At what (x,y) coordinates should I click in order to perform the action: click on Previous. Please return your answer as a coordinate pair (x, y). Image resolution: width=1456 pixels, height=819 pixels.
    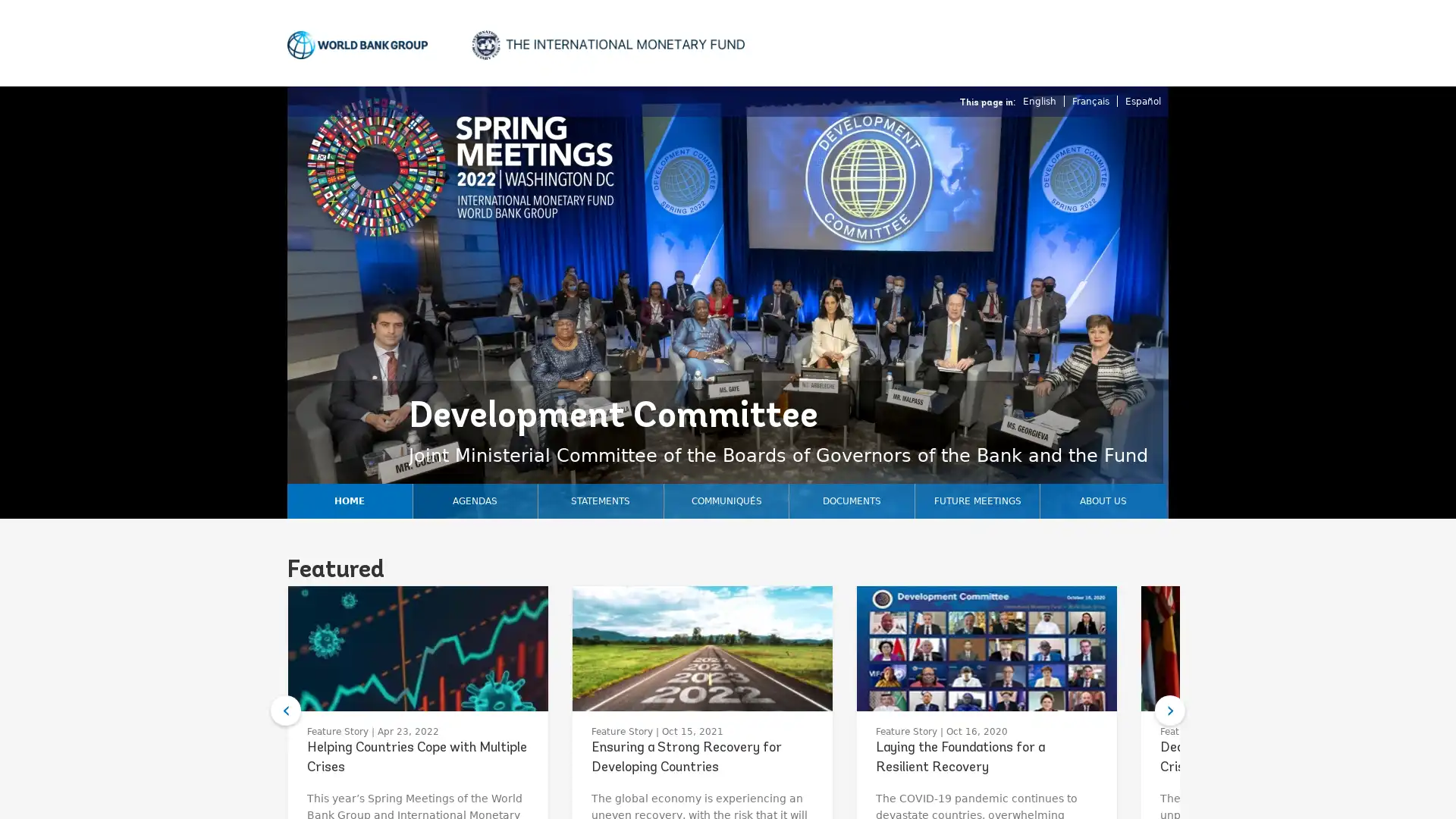
    Looking at the image, I should click on (286, 711).